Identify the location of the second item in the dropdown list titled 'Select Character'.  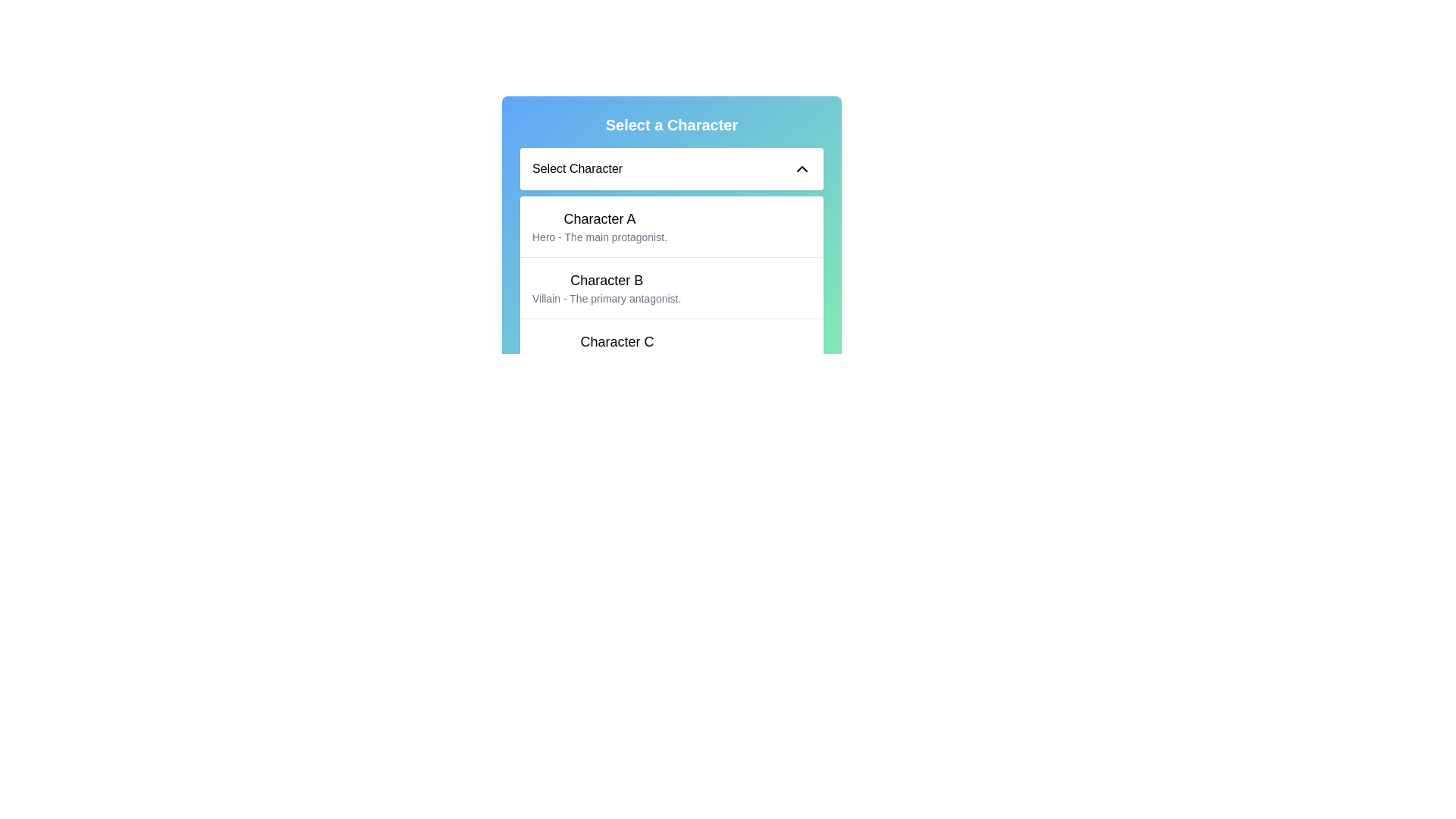
(671, 288).